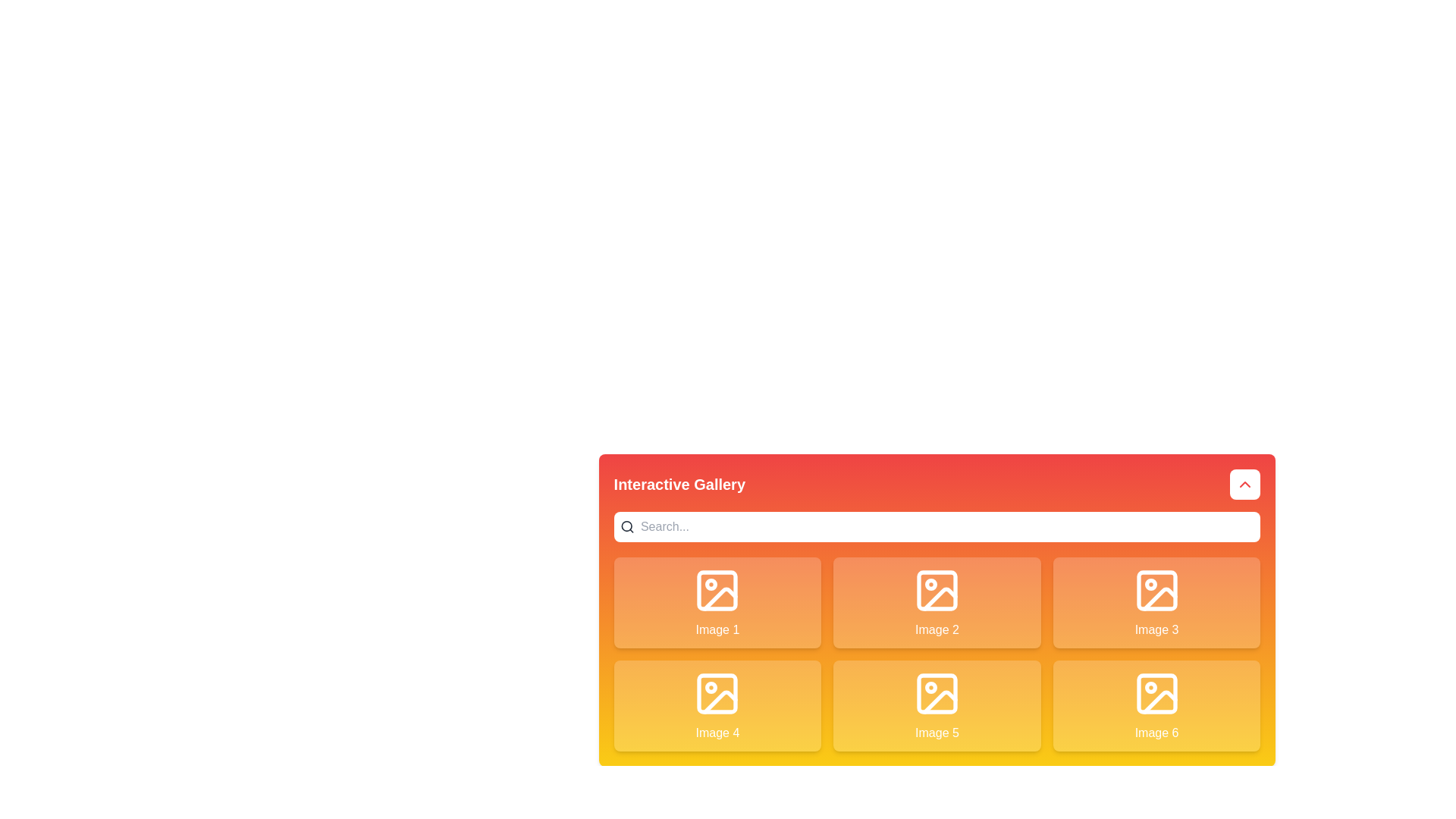 The height and width of the screenshot is (819, 1456). What do you see at coordinates (711, 584) in the screenshot?
I see `the small circular dot within the top-left image icon of the SVG-based grid layout` at bounding box center [711, 584].